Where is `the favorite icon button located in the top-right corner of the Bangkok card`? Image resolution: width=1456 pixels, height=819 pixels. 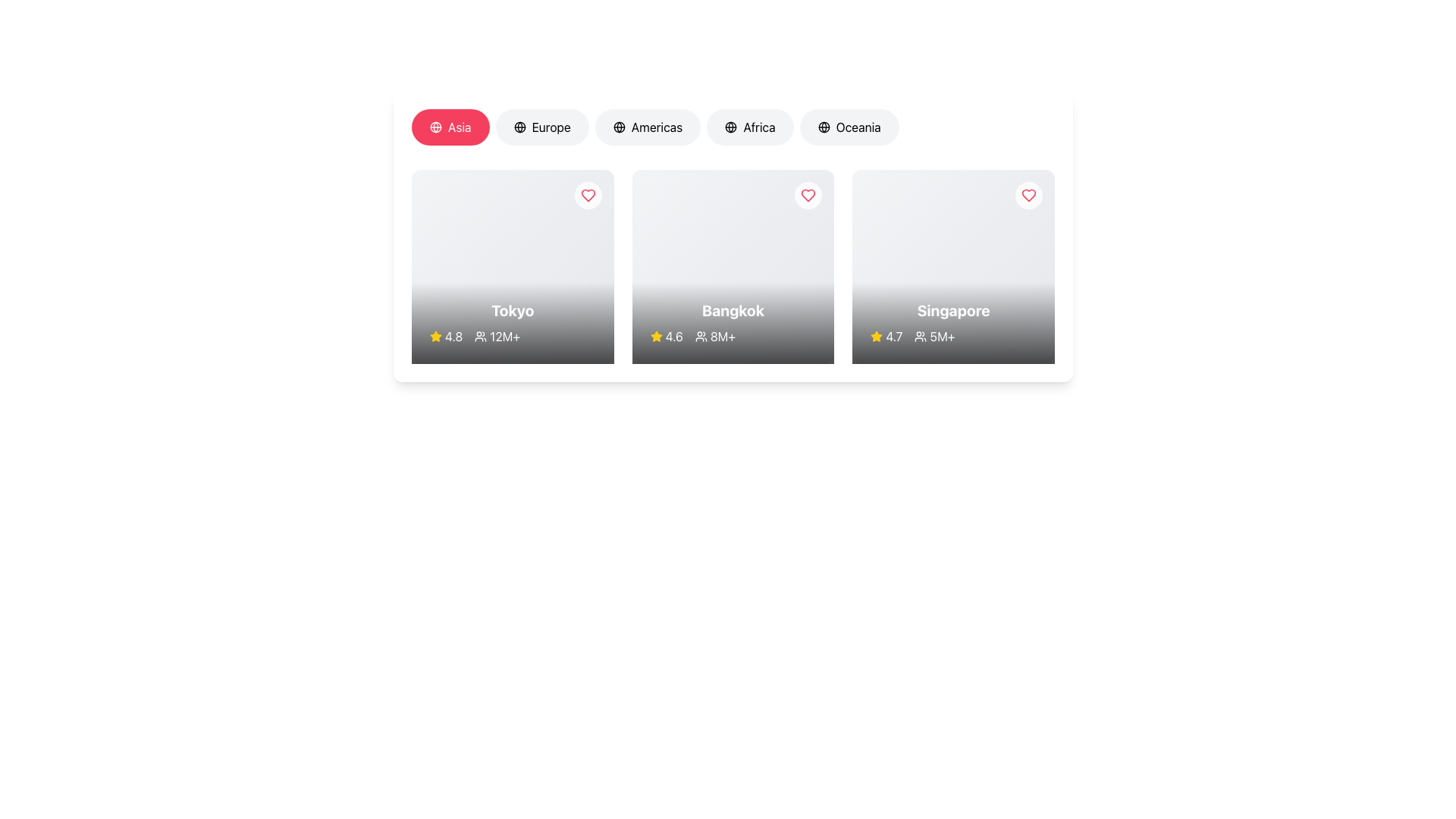 the favorite icon button located in the top-right corner of the Bangkok card is located at coordinates (808, 195).